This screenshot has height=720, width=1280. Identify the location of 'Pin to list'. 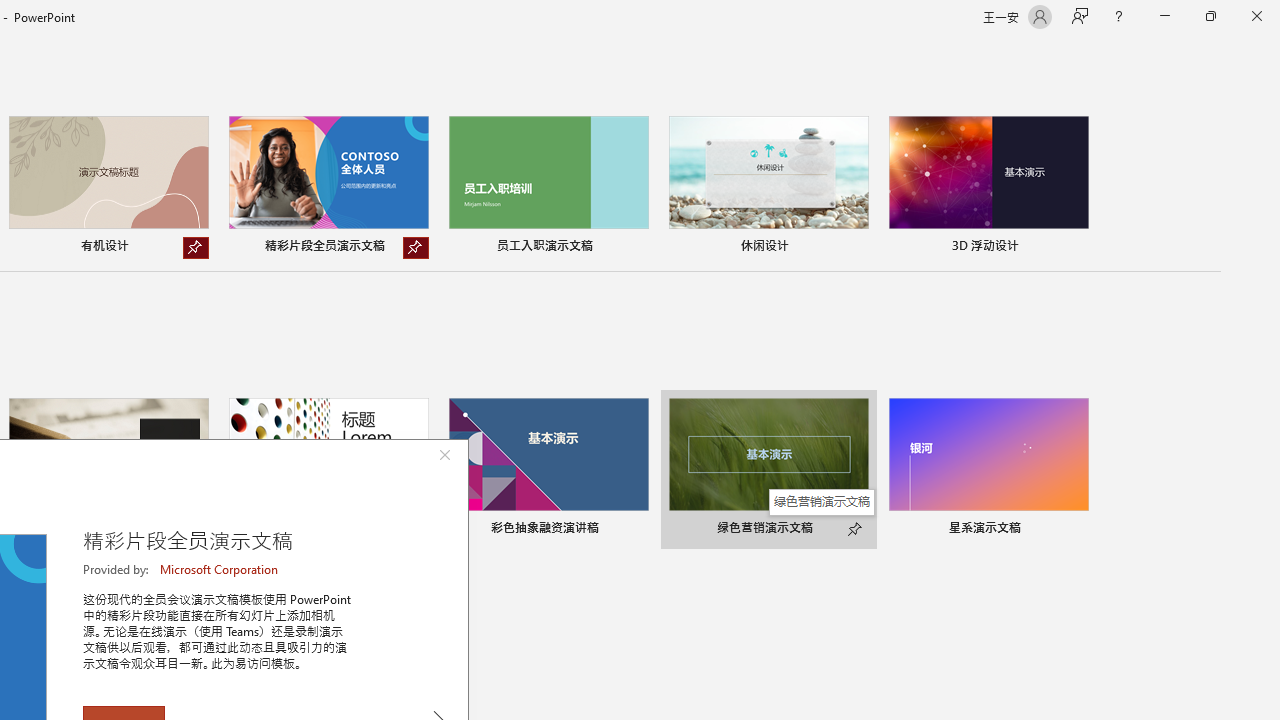
(1074, 528).